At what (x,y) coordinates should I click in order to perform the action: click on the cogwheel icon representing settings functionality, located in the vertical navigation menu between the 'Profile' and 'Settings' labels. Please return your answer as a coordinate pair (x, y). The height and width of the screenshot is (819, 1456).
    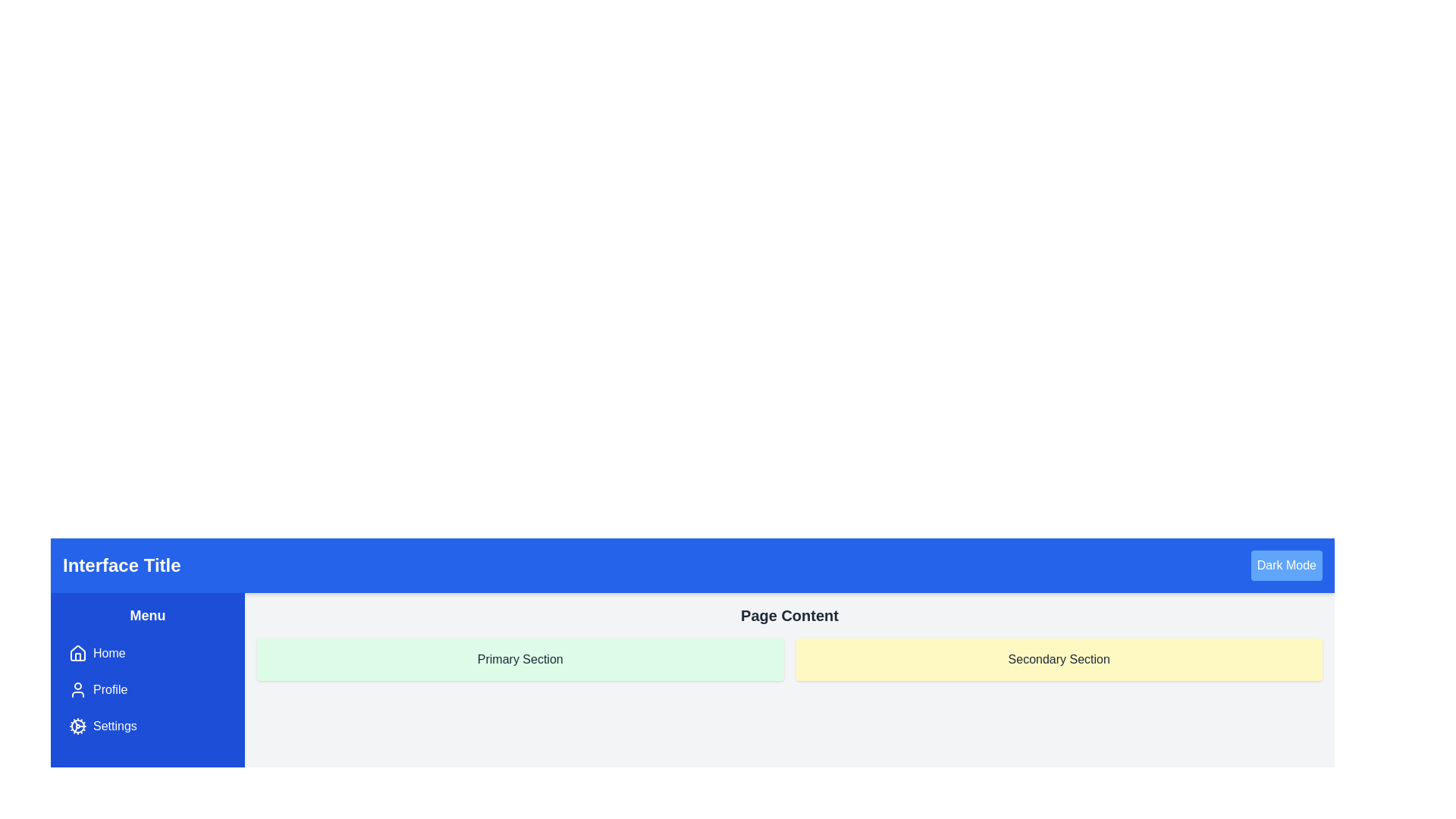
    Looking at the image, I should click on (77, 725).